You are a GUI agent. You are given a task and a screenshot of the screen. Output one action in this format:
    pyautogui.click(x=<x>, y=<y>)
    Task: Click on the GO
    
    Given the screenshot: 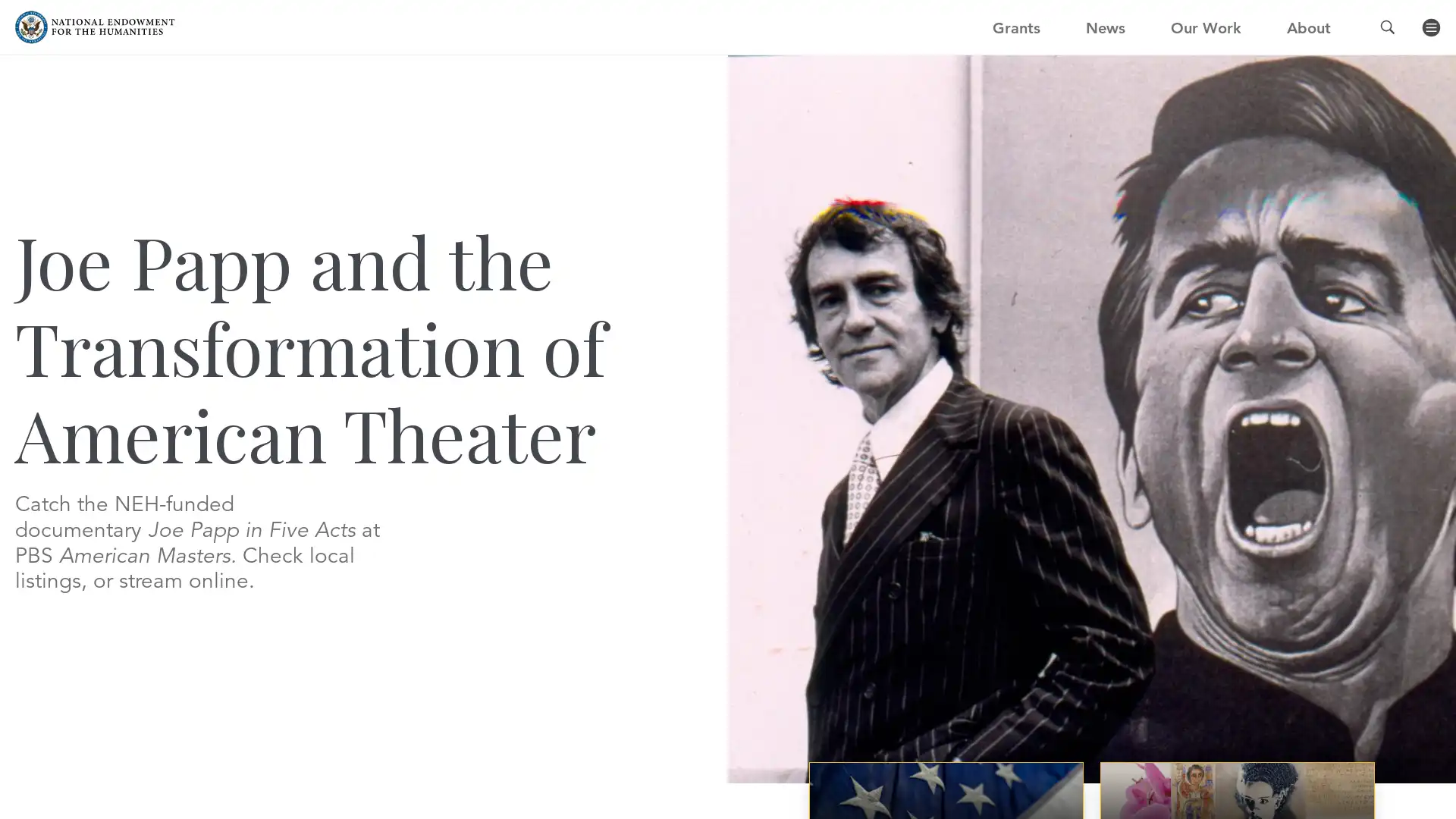 What is the action you would take?
    pyautogui.click(x=984, y=49)
    